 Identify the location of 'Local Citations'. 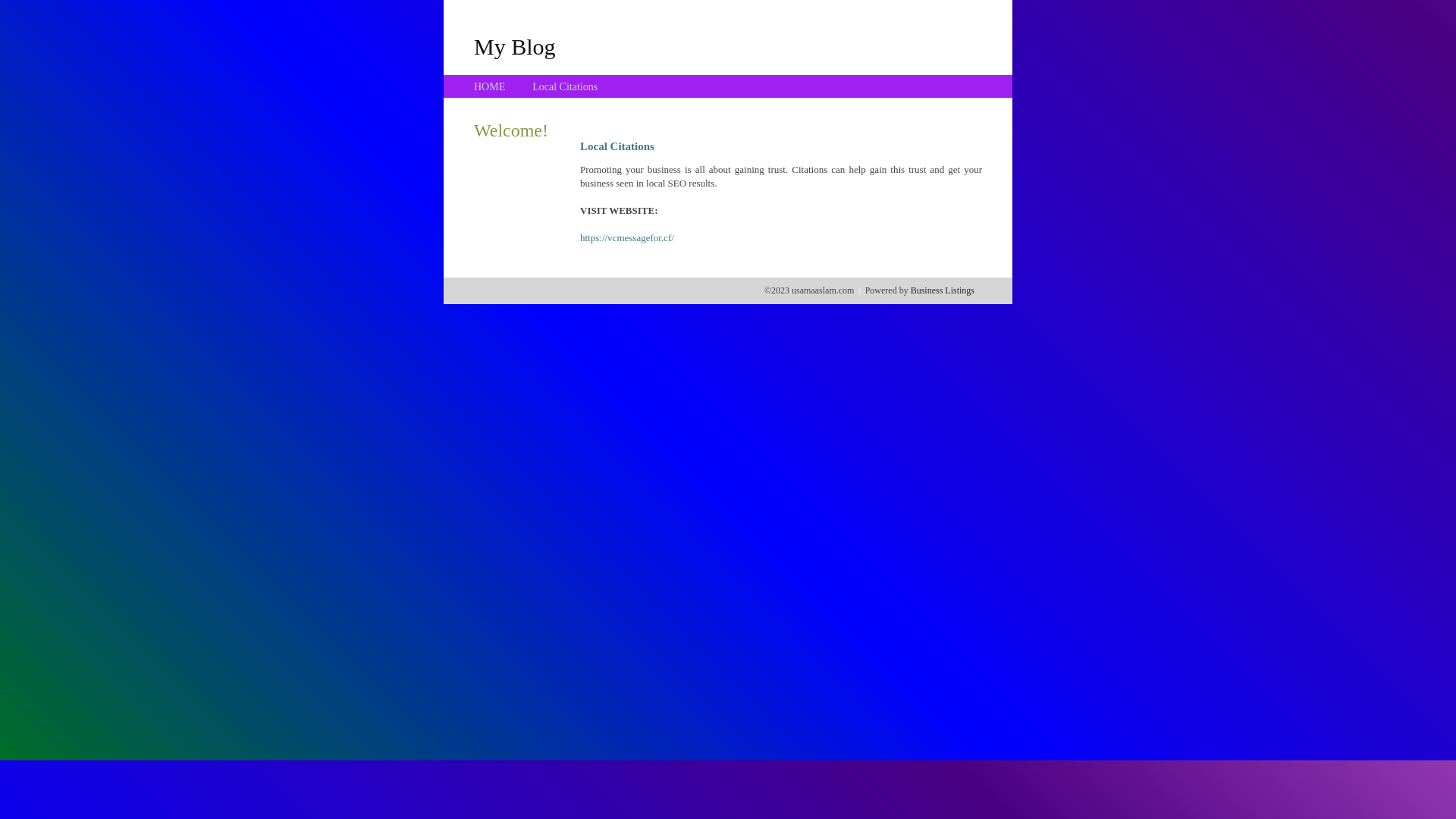
(563, 86).